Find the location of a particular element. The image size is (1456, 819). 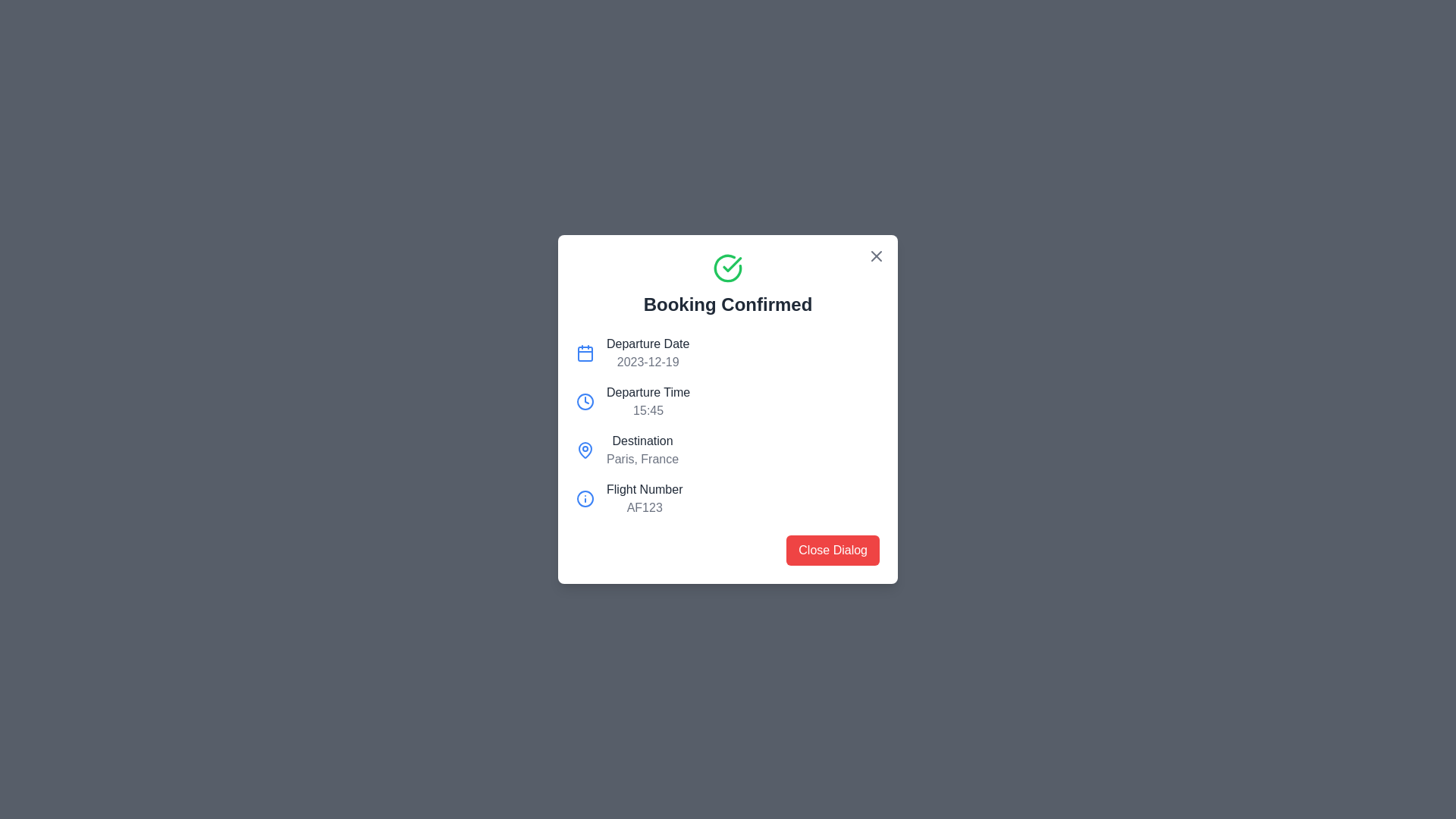

the circular clock icon with a blue border located to the left of the 'Departure Time' label in the confirmation dialog box is located at coordinates (585, 400).